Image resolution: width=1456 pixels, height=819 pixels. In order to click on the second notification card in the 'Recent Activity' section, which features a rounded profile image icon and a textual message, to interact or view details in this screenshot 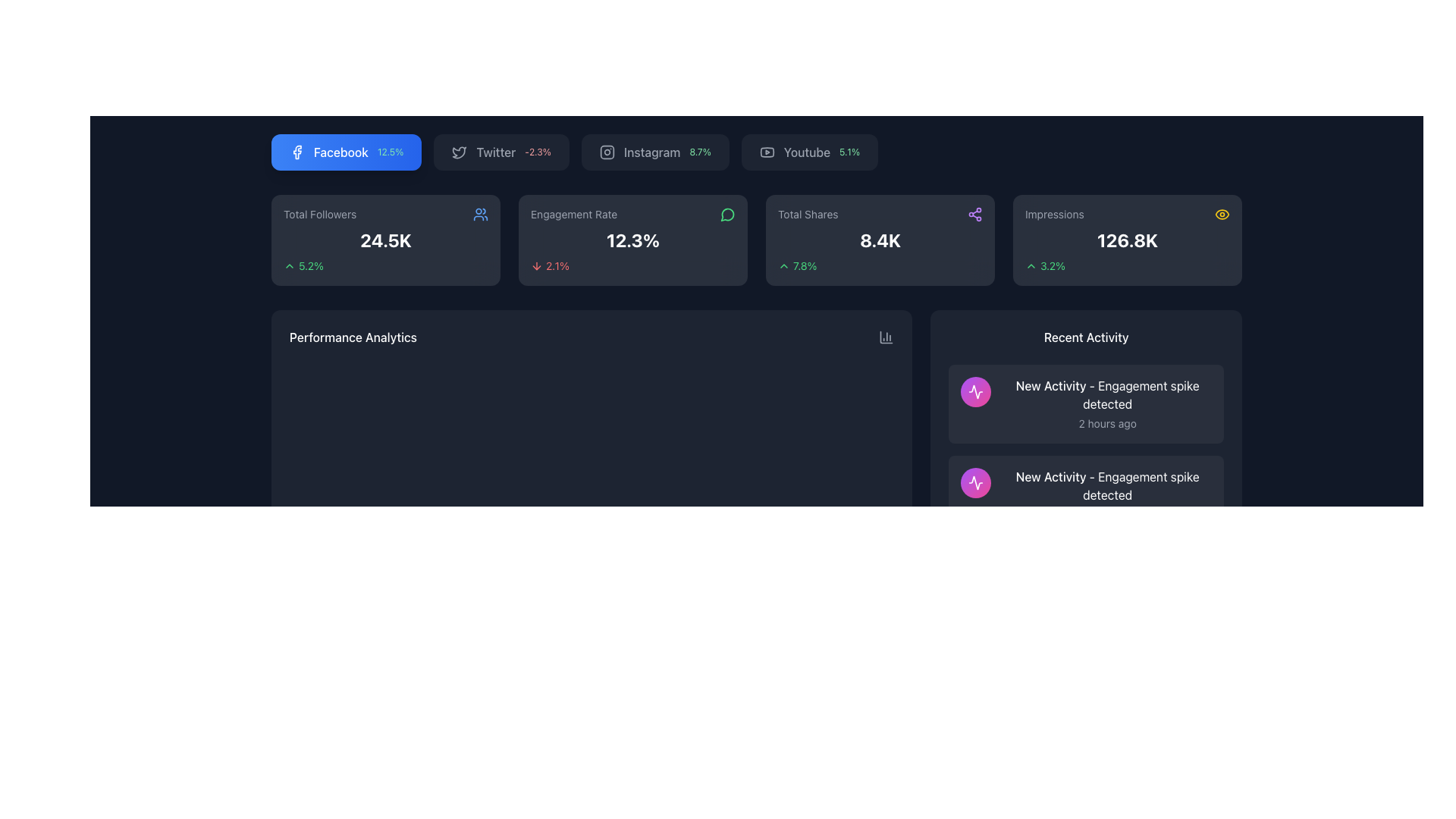, I will do `click(1085, 494)`.